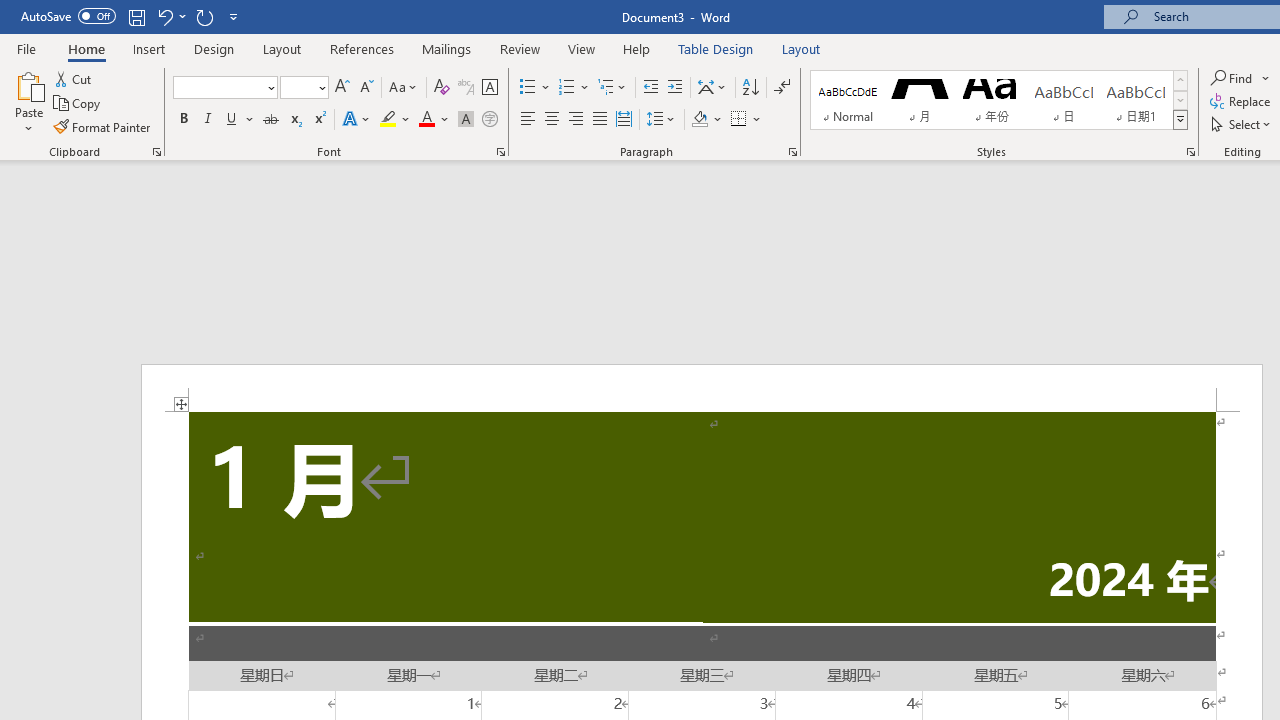 The height and width of the screenshot is (720, 1280). I want to click on 'Distributed', so click(623, 119).